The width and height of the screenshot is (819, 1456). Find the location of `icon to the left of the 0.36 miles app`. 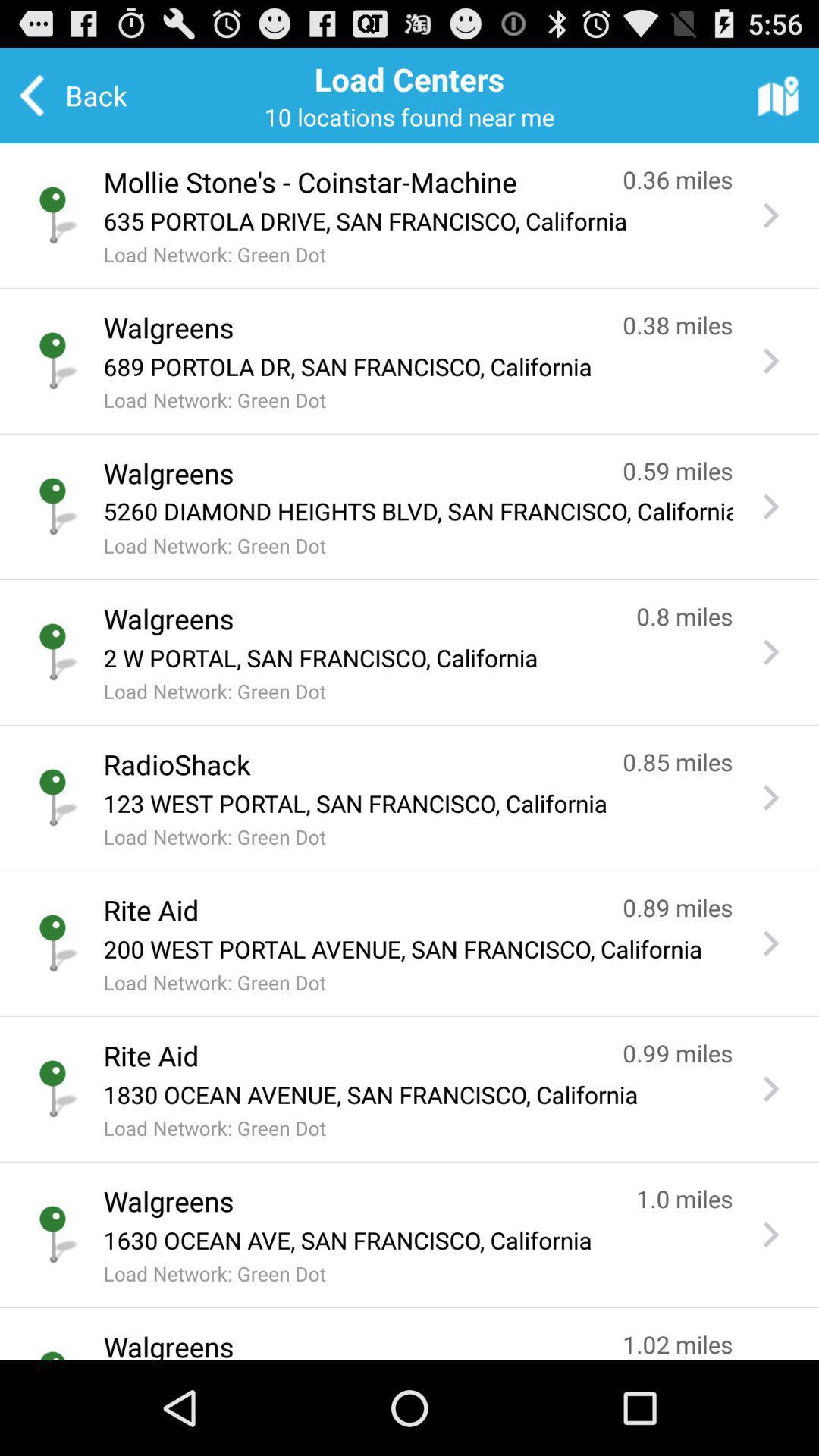

icon to the left of the 0.36 miles app is located at coordinates (348, 182).